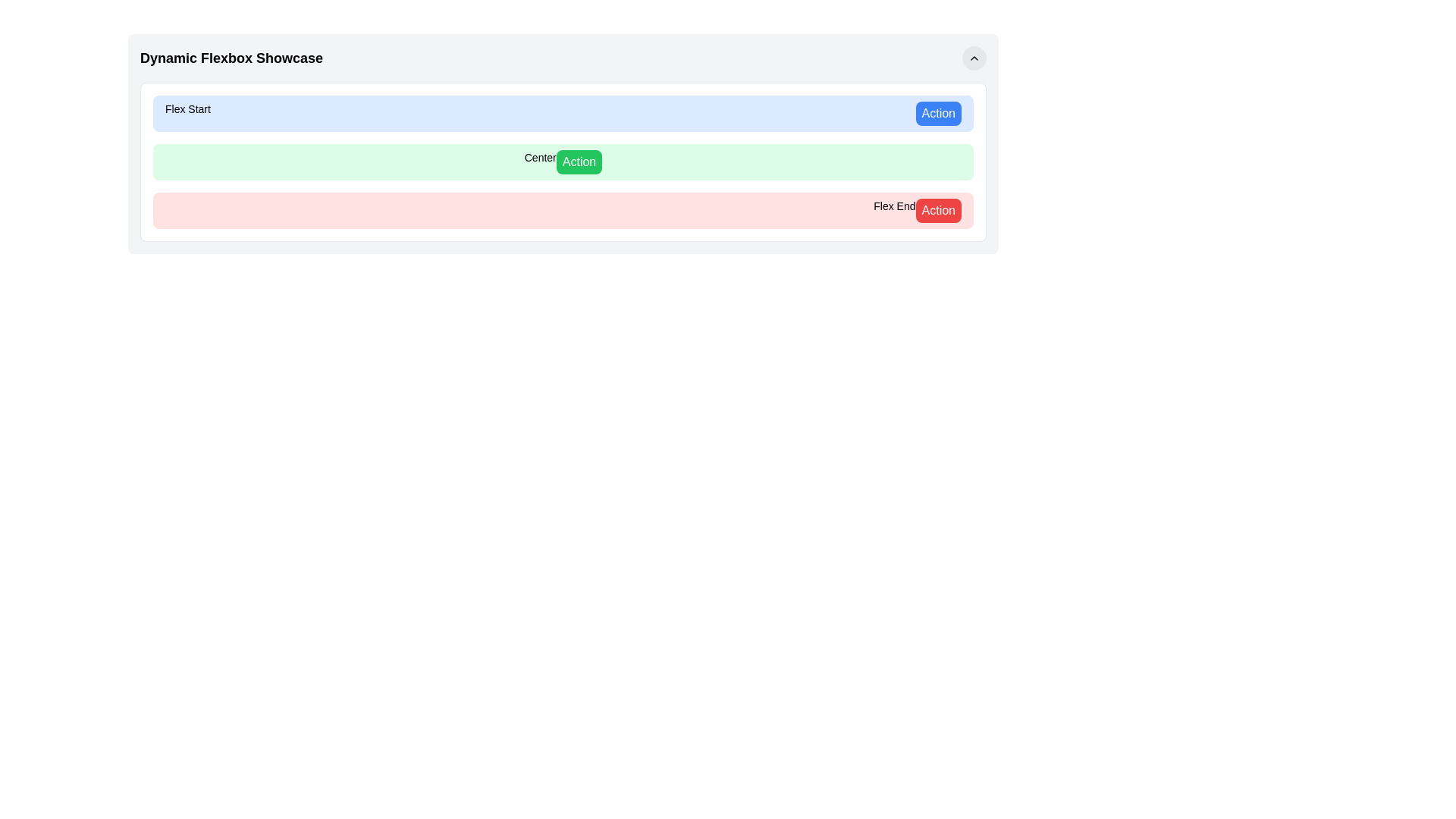 This screenshot has width=1456, height=819. What do you see at coordinates (974, 58) in the screenshot?
I see `the chevron icon in the top-right corner of the application interface, which is part of a circular button and adjacent to the 'Dynamic Flexbox Showcase' header bar` at bounding box center [974, 58].